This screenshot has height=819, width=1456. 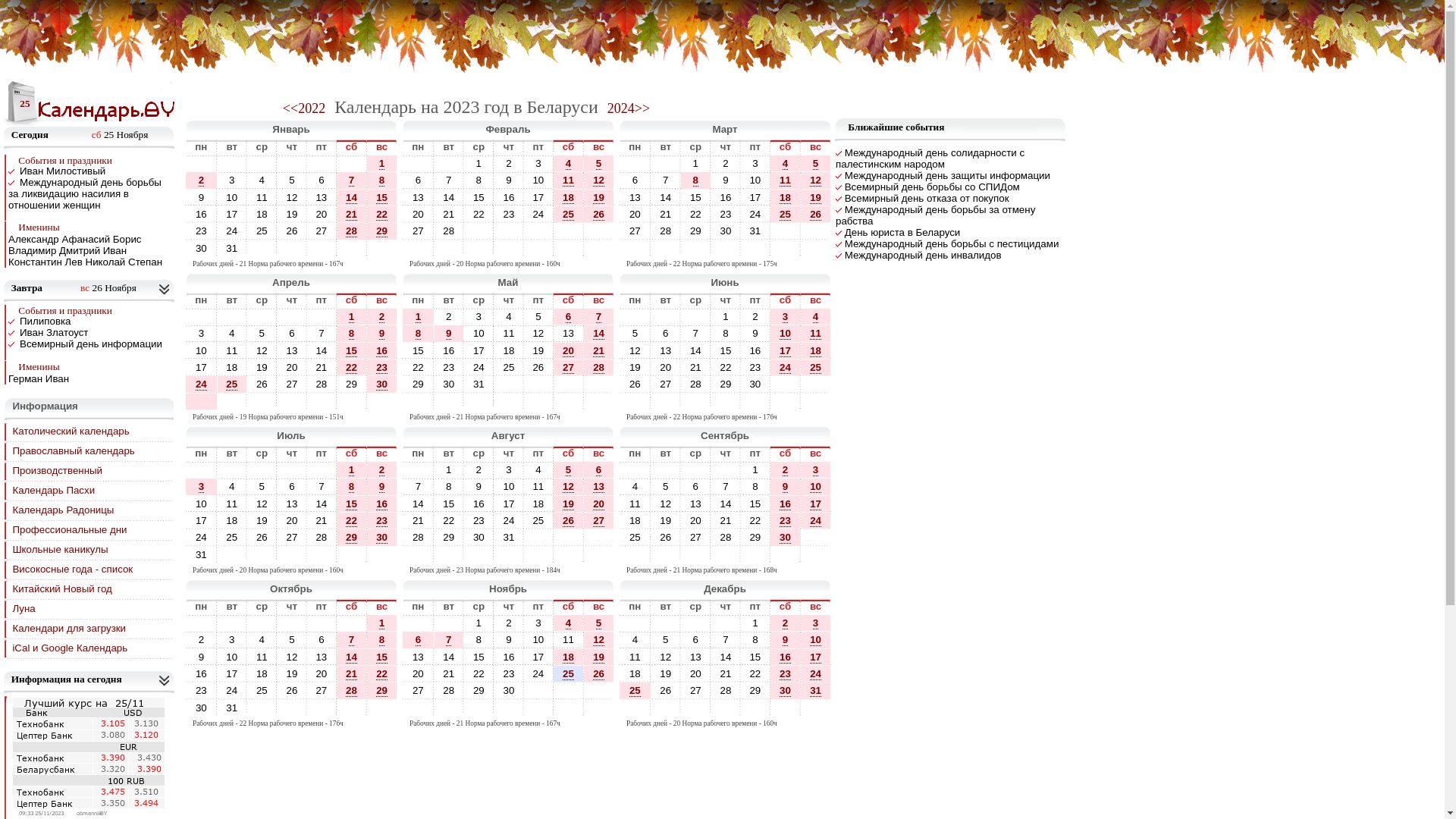 I want to click on '17', so click(x=749, y=196).